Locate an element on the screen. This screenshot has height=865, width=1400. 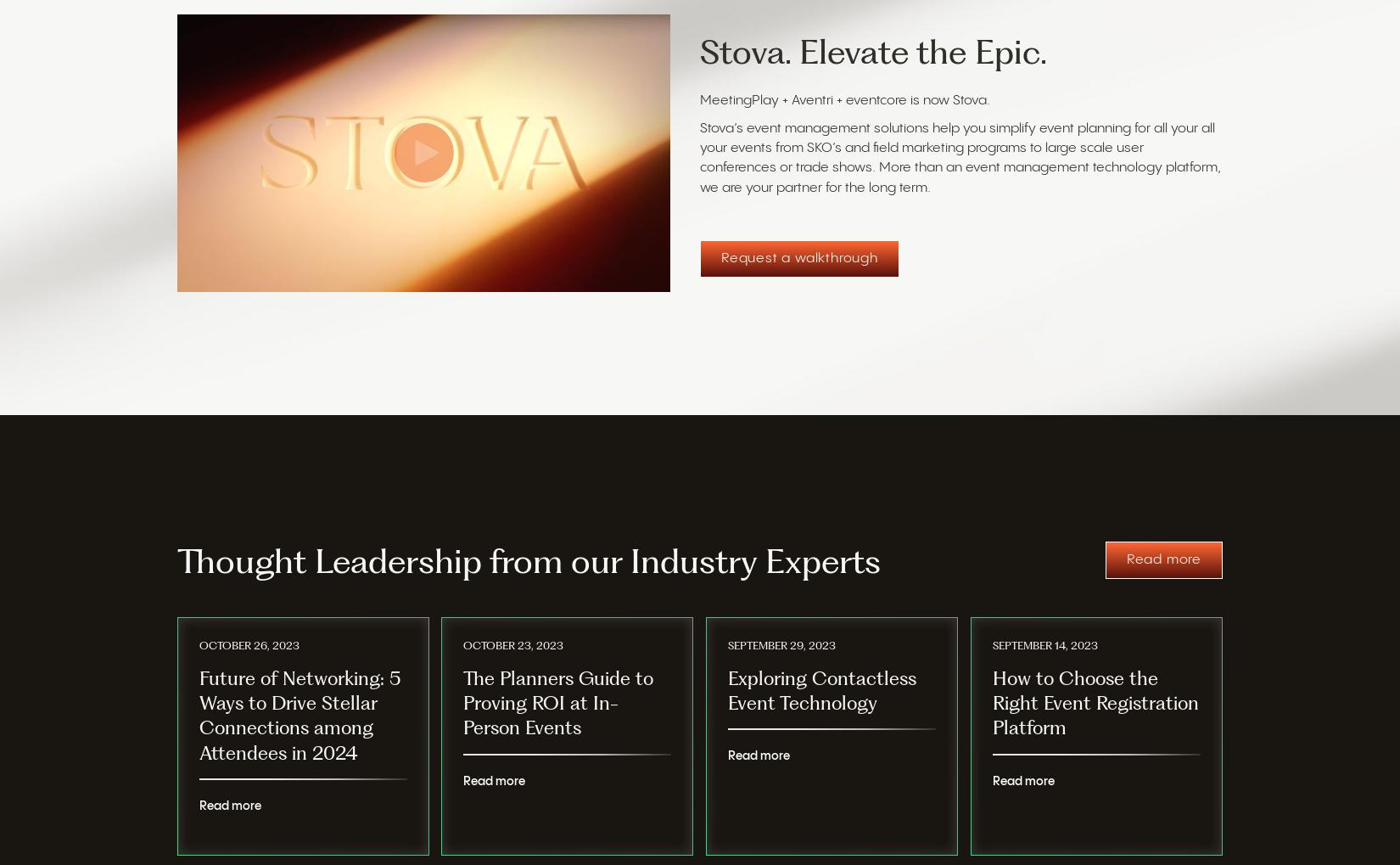
'September 14, 2023' is located at coordinates (993, 646).